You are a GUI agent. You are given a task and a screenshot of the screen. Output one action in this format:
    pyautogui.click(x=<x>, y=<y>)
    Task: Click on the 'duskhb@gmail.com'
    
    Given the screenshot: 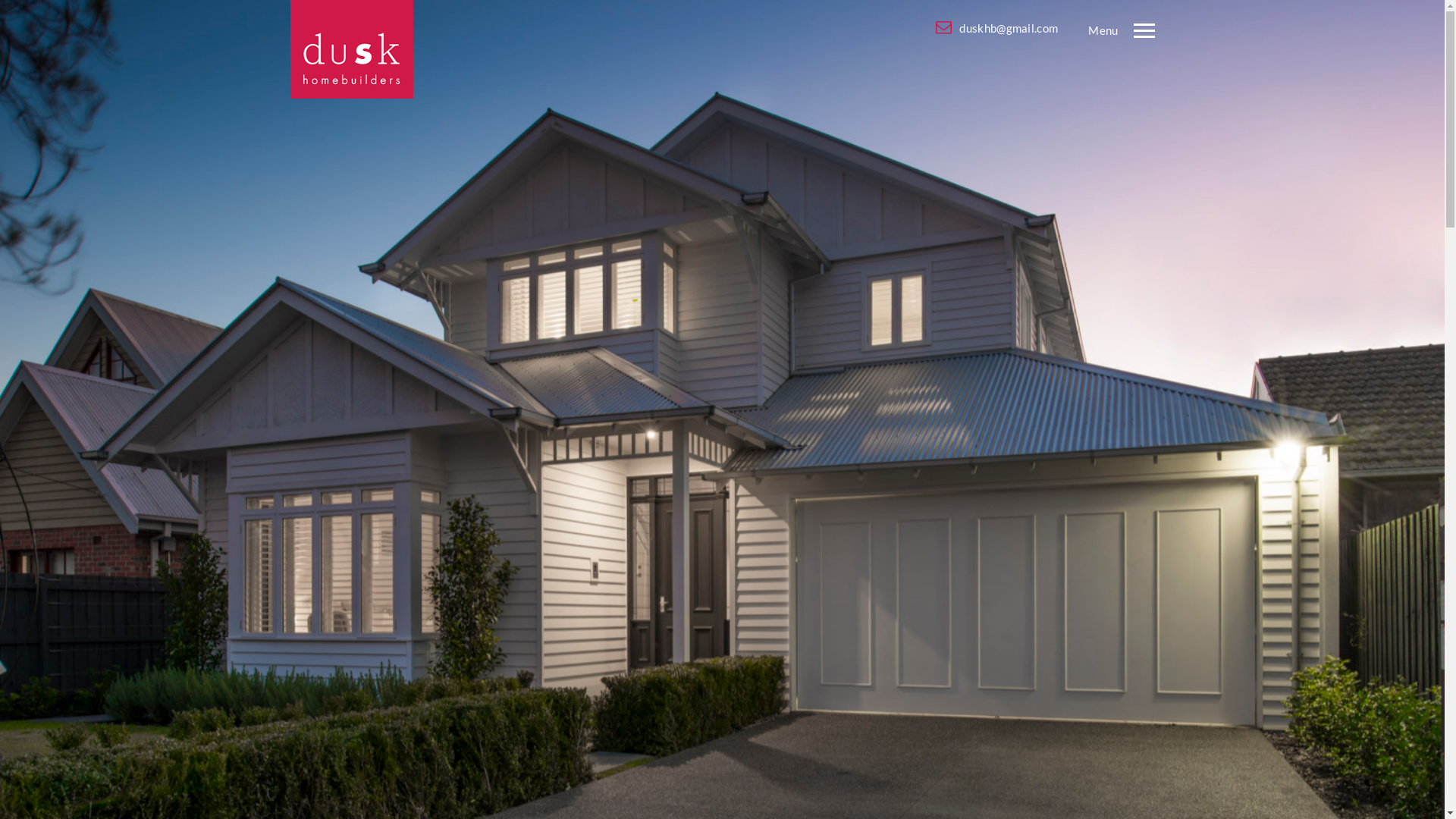 What is the action you would take?
    pyautogui.click(x=920, y=28)
    